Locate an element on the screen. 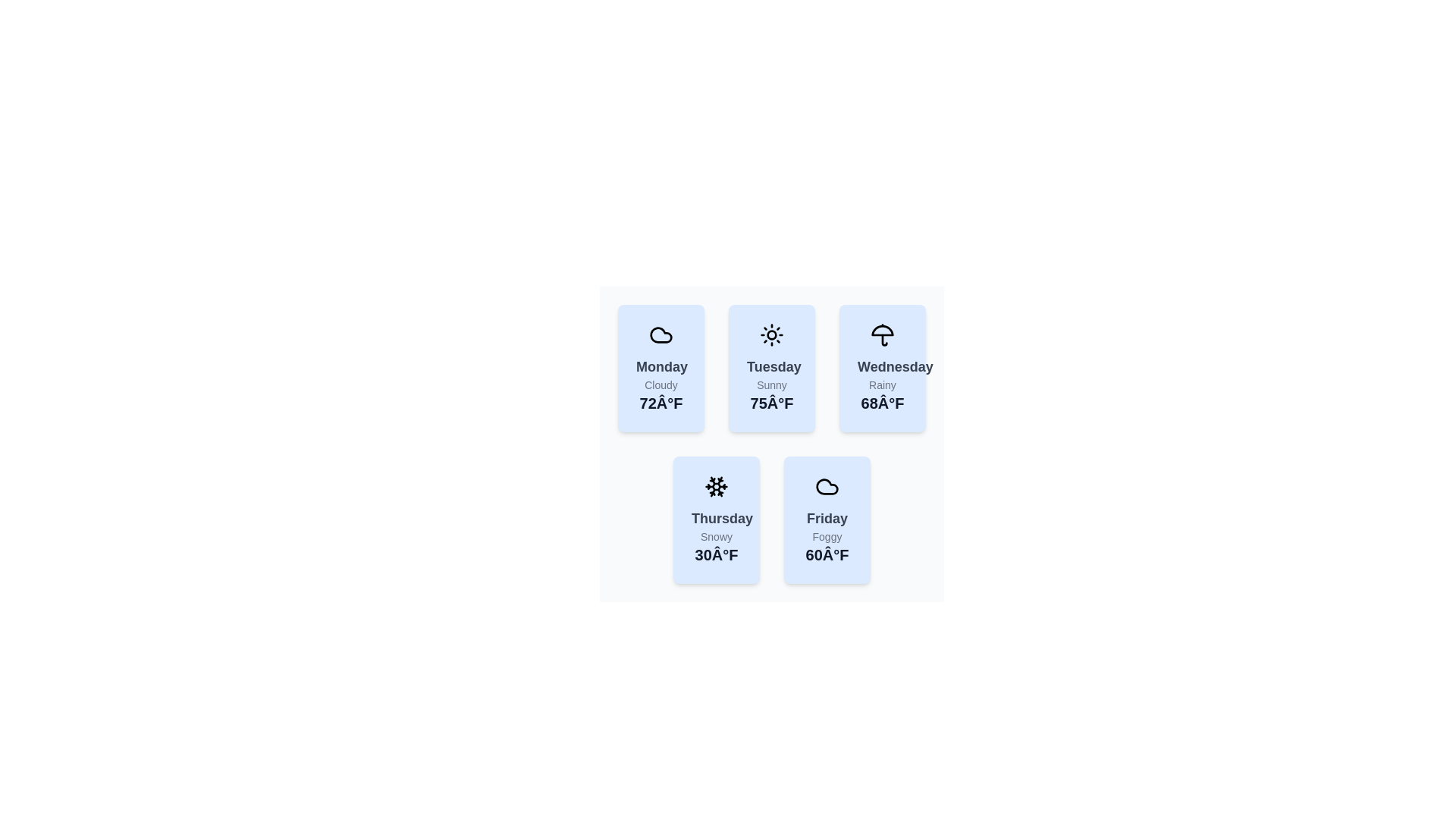  the cloud icon indicating cloudy weather conditions in the 'Monday' card located at the top row of the grid layout is located at coordinates (661, 334).